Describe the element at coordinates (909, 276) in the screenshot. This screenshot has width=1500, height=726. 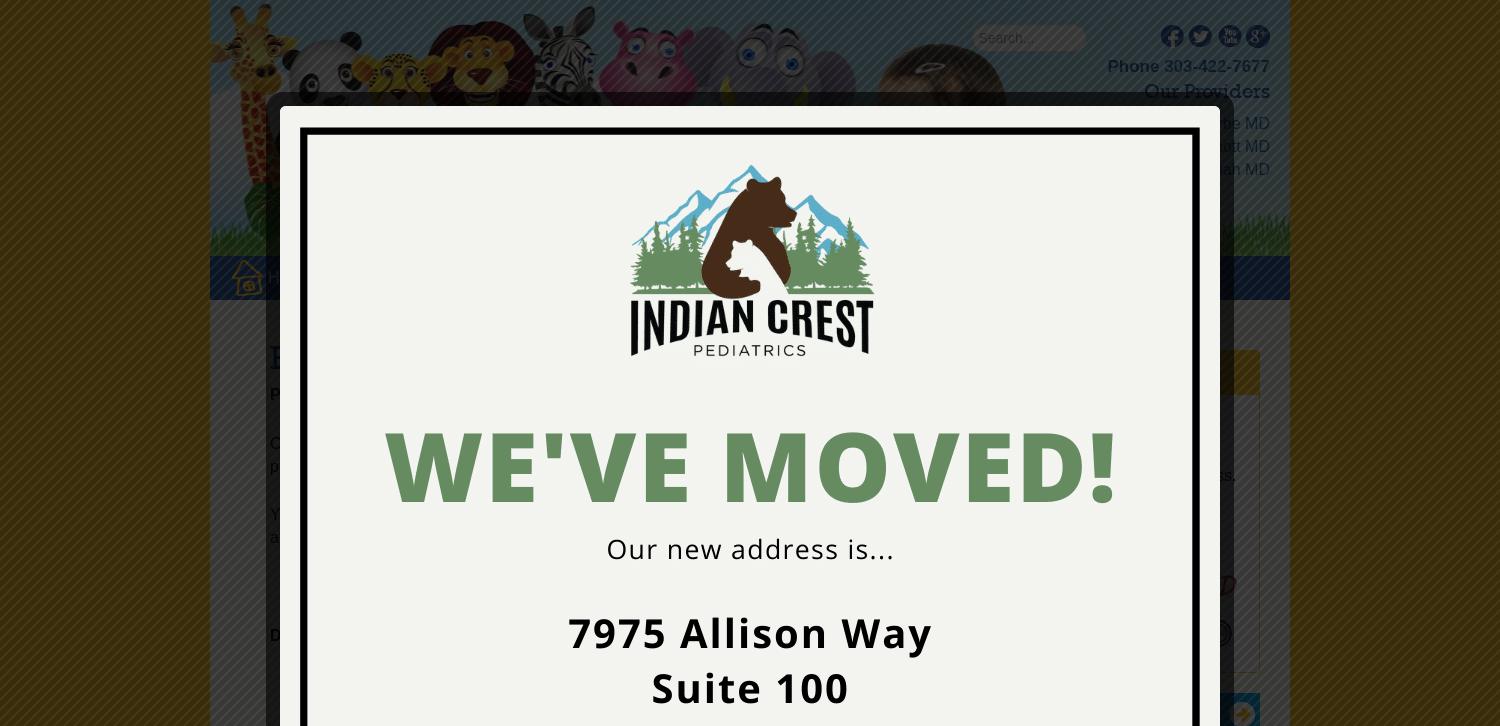
I see `'CONTACT US'` at that location.